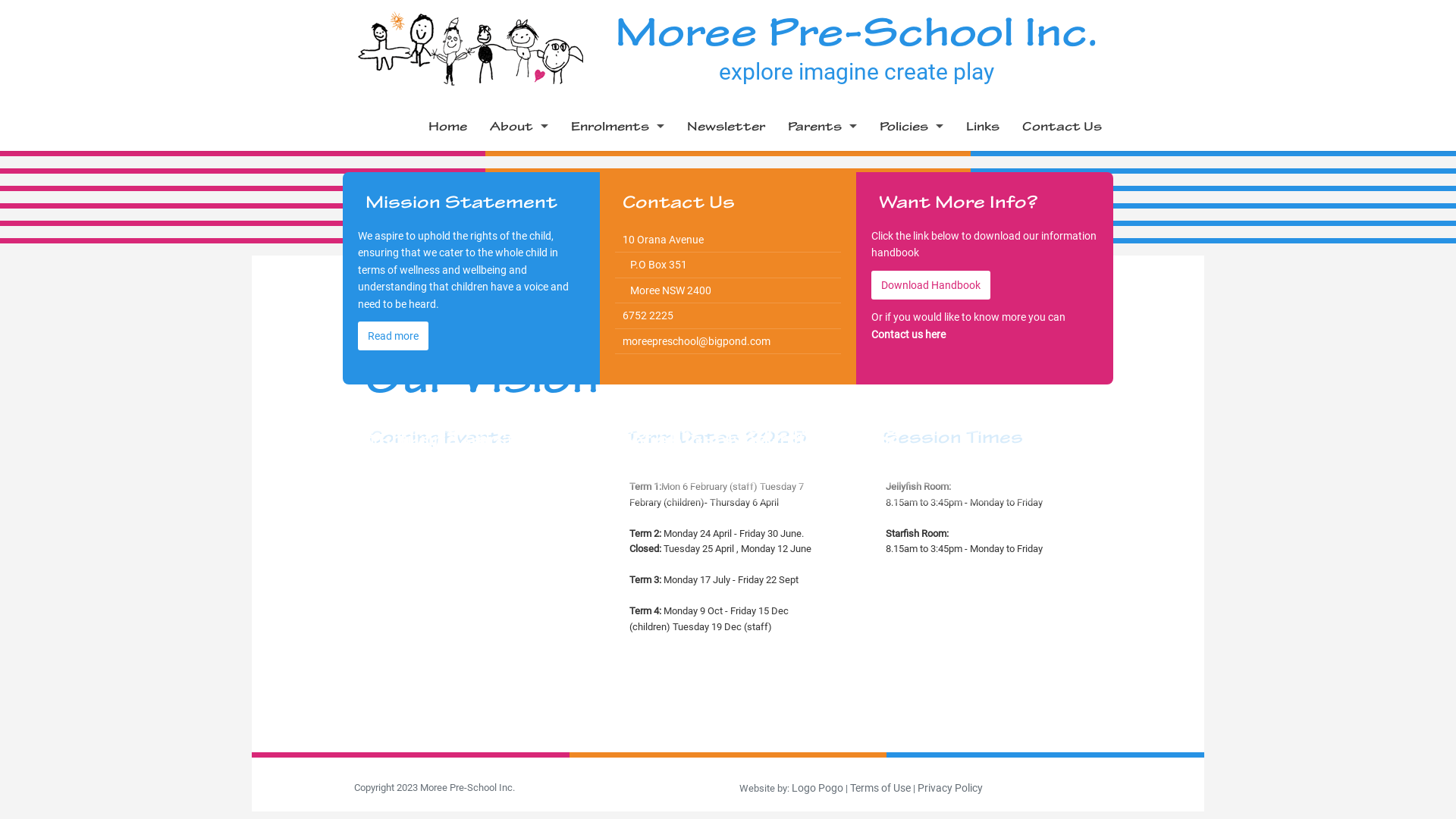 This screenshot has height=819, width=1456. I want to click on 'Policies', so click(910, 125).